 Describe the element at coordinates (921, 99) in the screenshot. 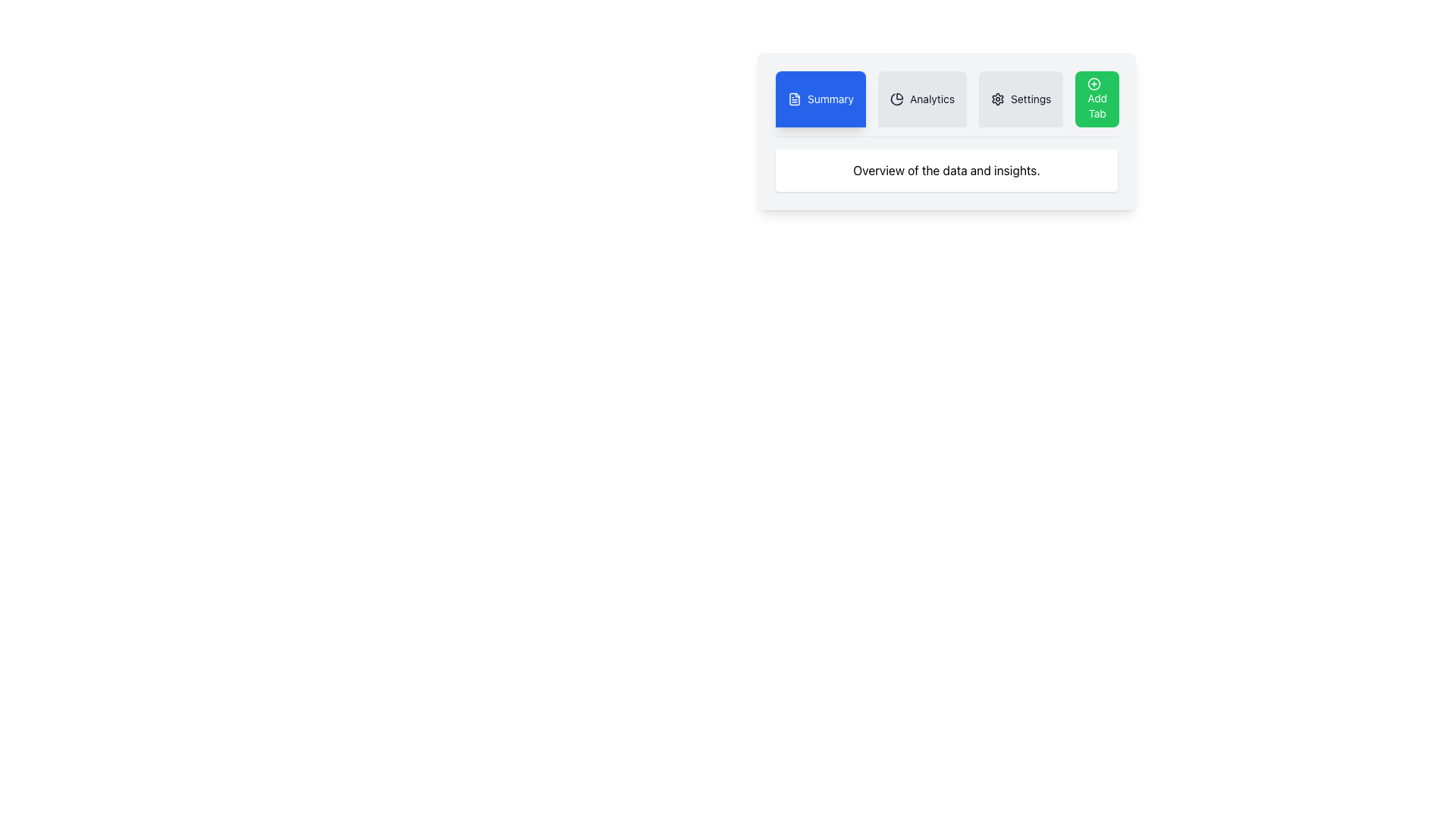

I see `the 'Analytics' button, which is the second button in a row of four, featuring a gray background, black text, and a pie chart icon` at that location.